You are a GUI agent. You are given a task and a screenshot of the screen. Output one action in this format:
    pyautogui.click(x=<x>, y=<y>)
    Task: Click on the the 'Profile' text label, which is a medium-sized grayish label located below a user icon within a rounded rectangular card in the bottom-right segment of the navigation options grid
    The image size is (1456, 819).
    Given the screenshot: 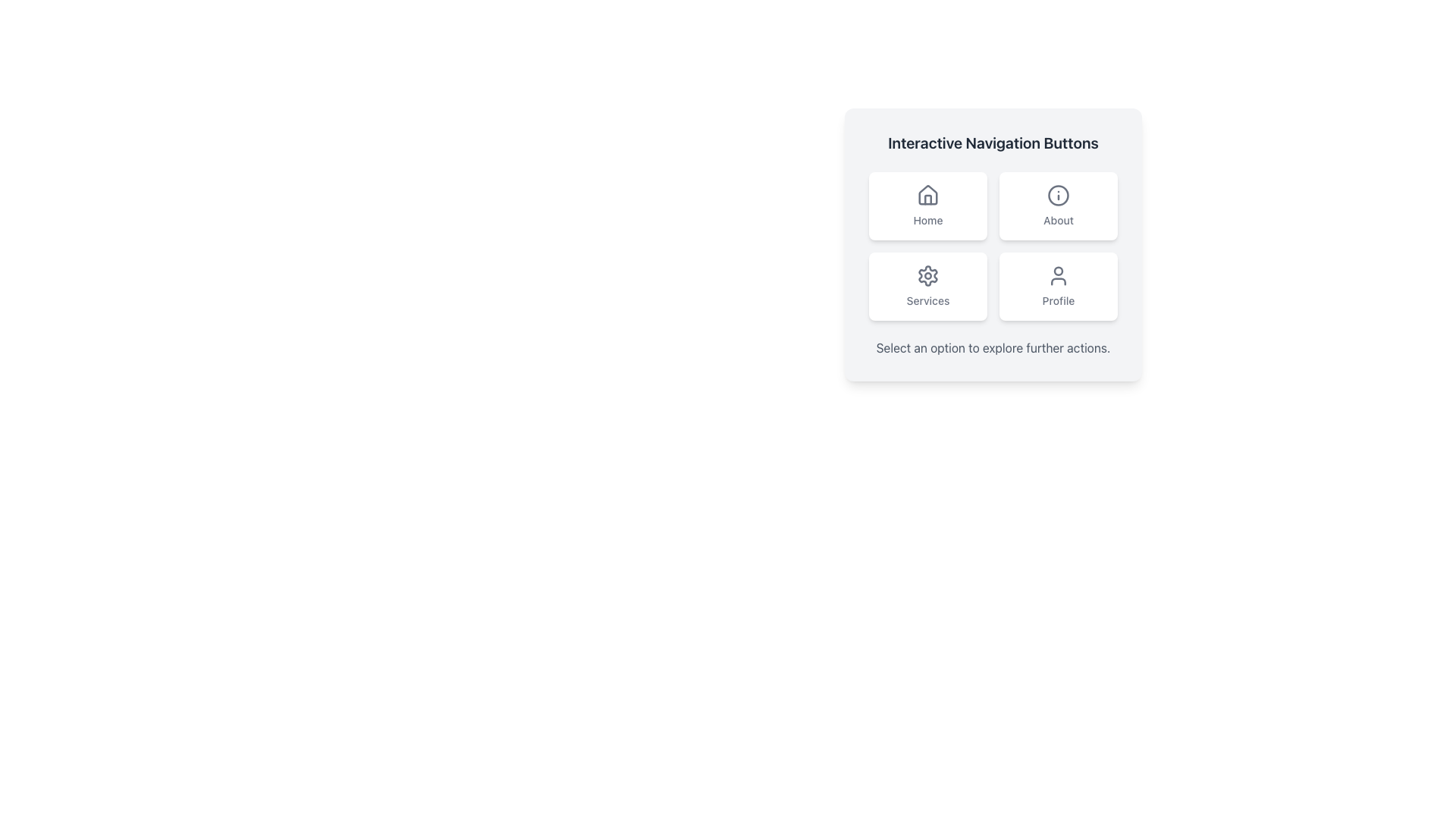 What is the action you would take?
    pyautogui.click(x=1058, y=301)
    